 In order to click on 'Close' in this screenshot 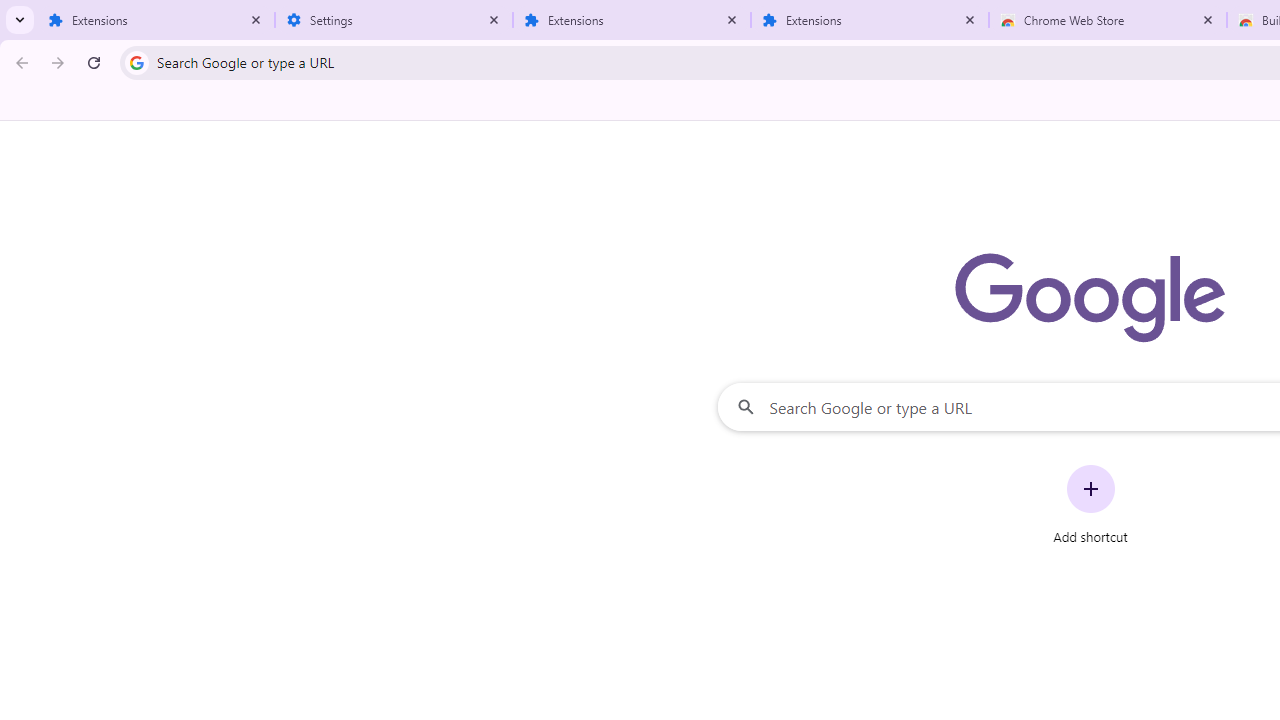, I will do `click(1207, 19)`.